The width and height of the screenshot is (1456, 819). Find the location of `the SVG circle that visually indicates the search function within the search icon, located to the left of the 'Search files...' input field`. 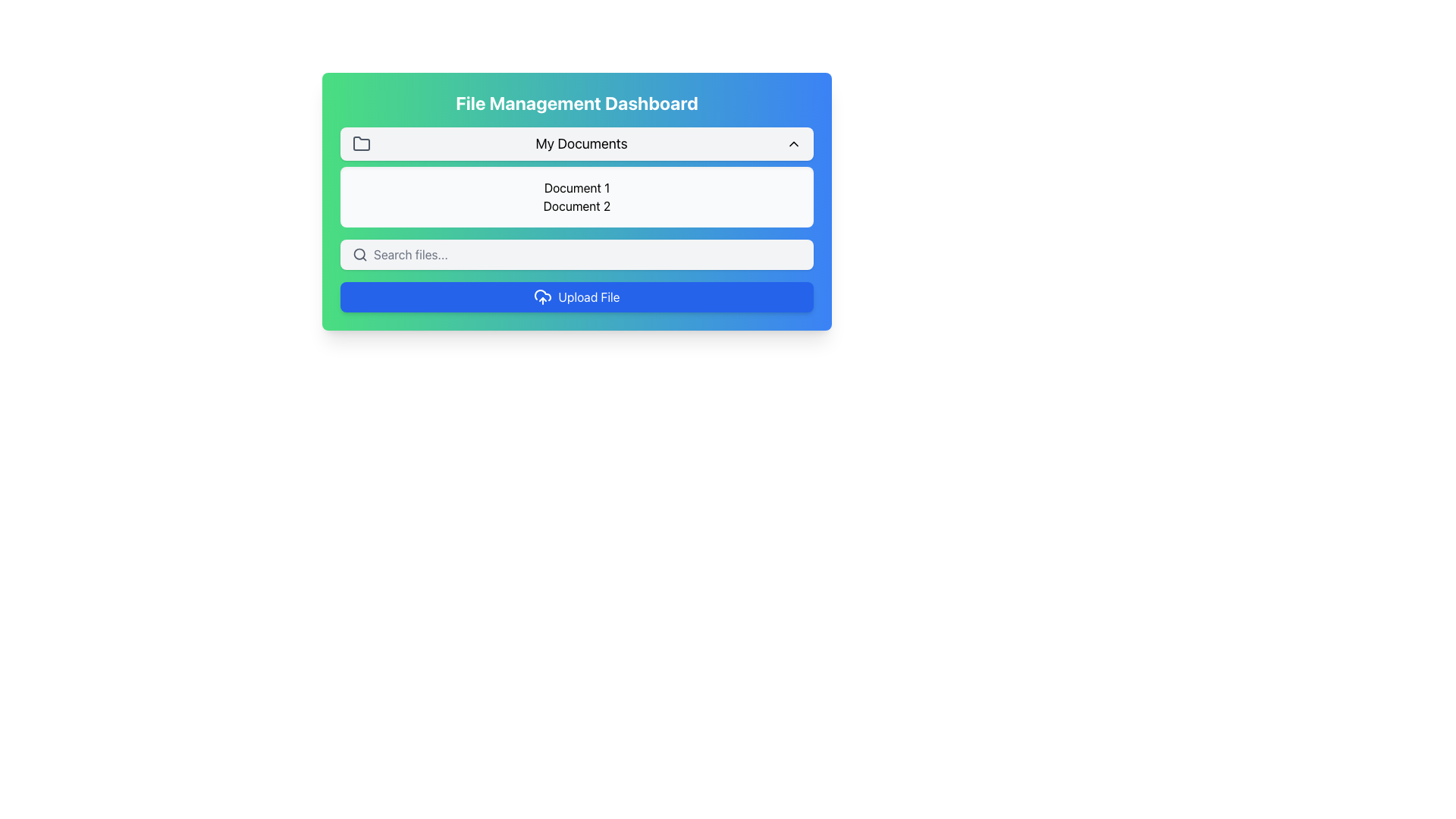

the SVG circle that visually indicates the search function within the search icon, located to the left of the 'Search files...' input field is located at coordinates (359, 253).